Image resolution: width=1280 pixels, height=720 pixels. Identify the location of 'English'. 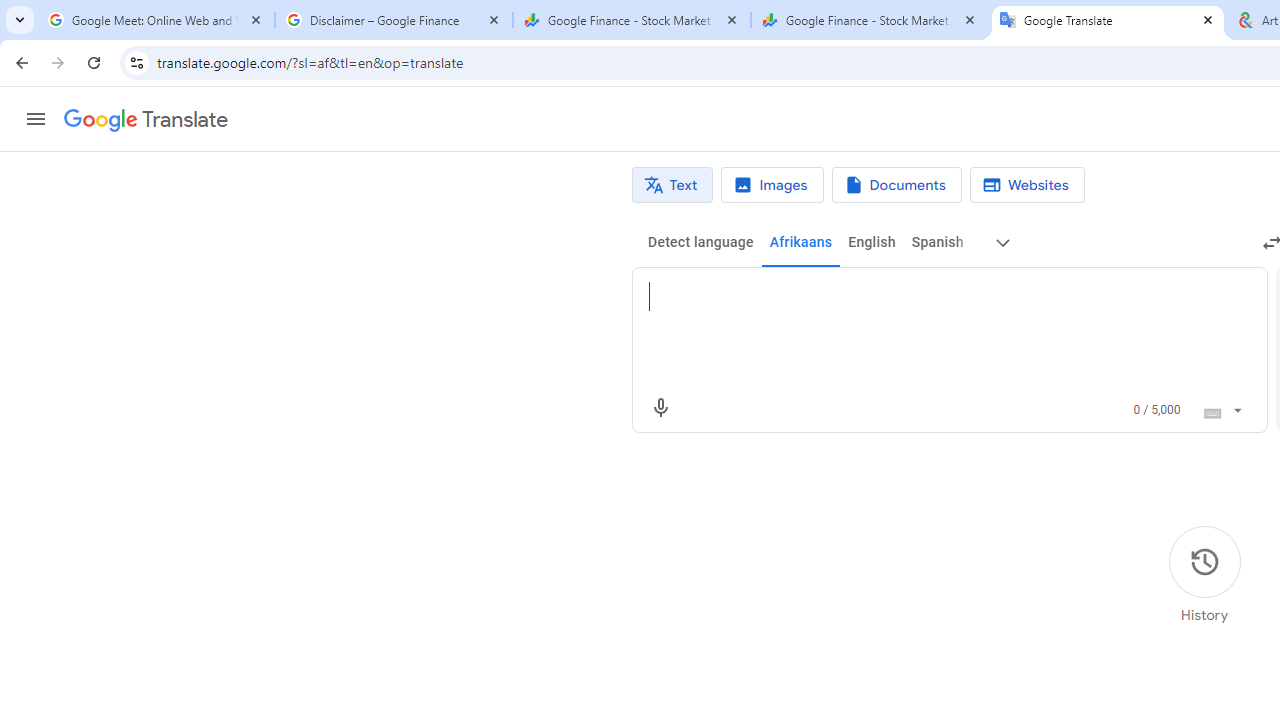
(871, 242).